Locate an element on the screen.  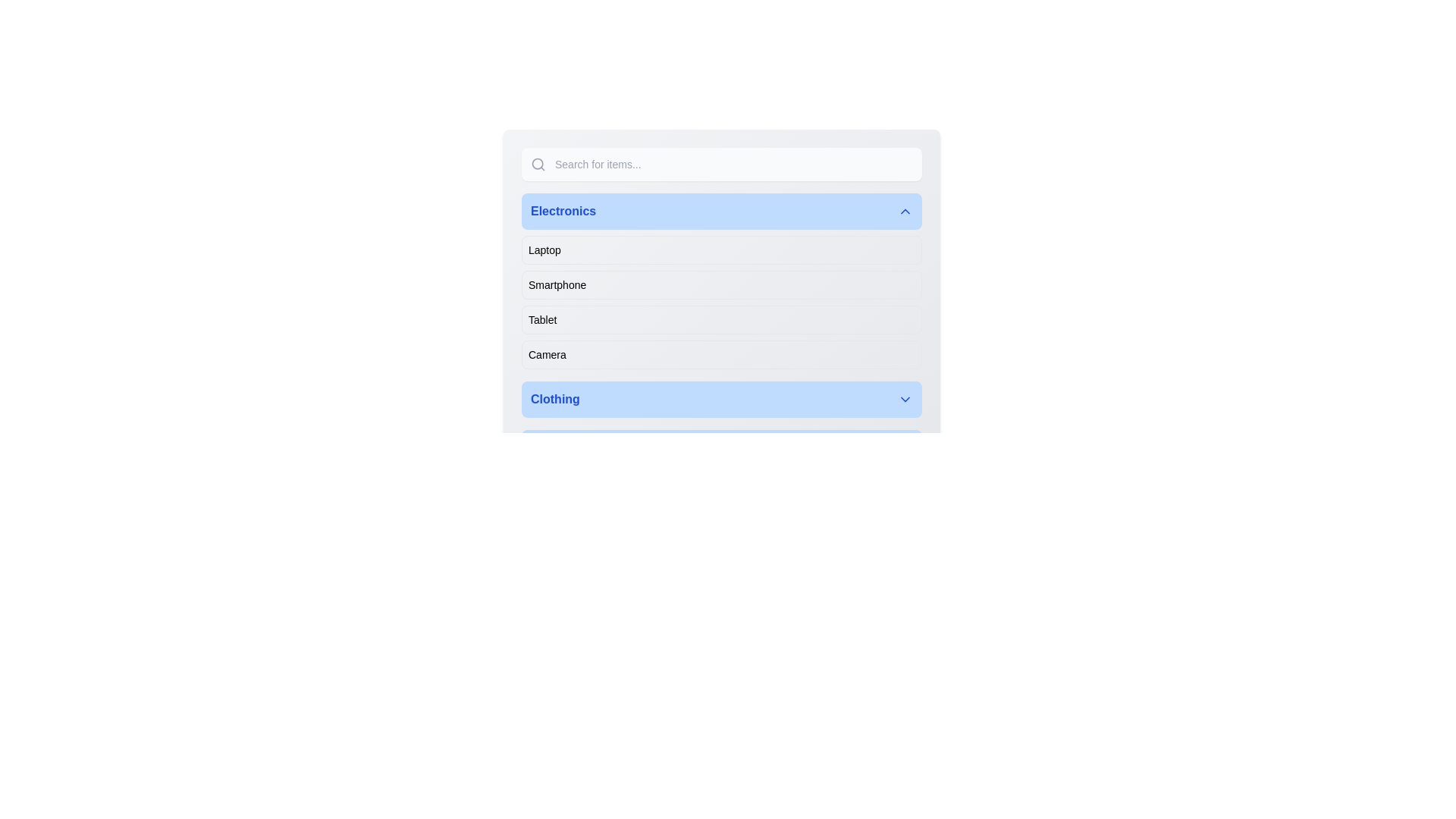
the 'Clothing' text label is located at coordinates (554, 399).